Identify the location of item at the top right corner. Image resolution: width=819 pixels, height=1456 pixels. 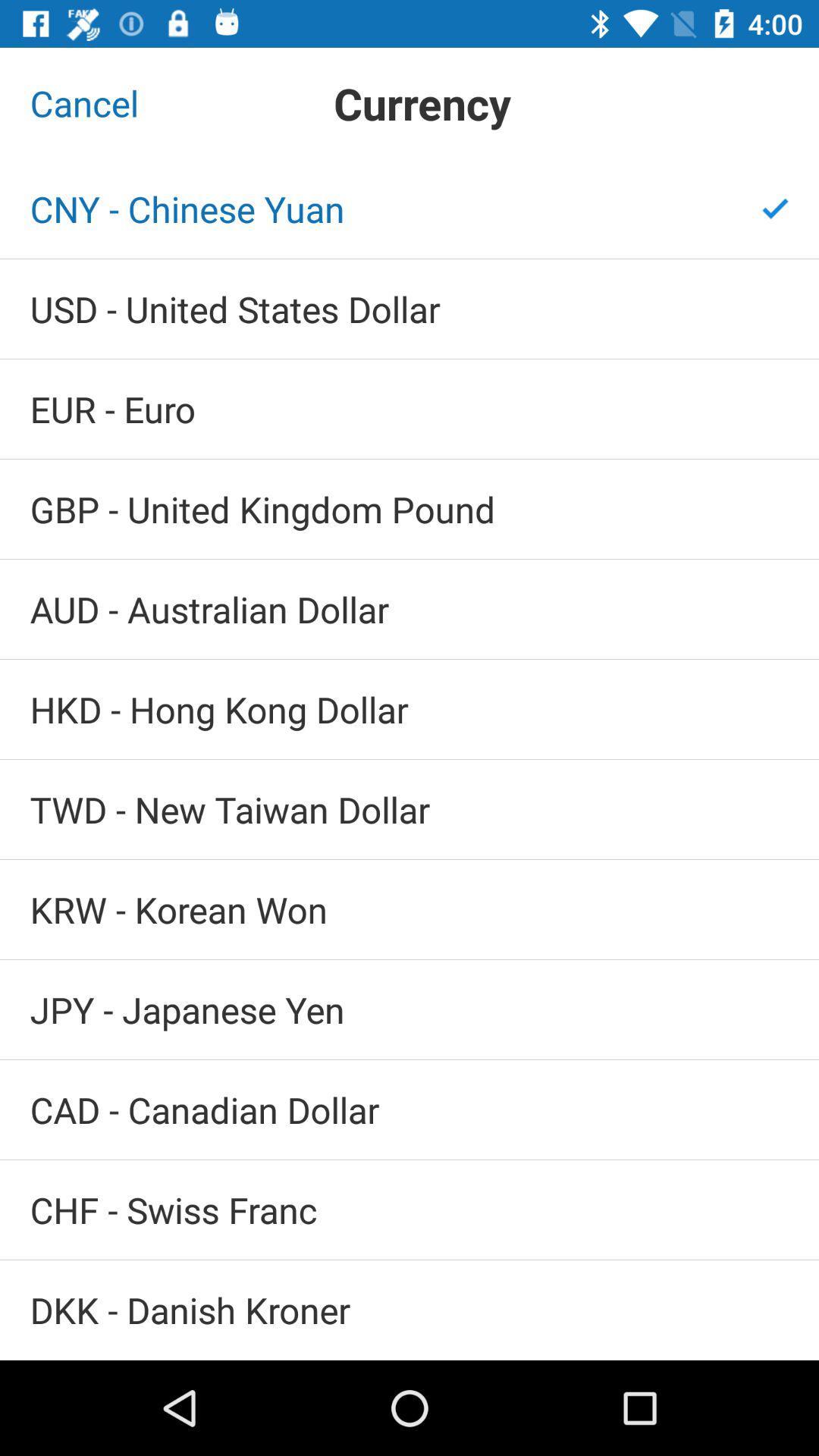
(774, 208).